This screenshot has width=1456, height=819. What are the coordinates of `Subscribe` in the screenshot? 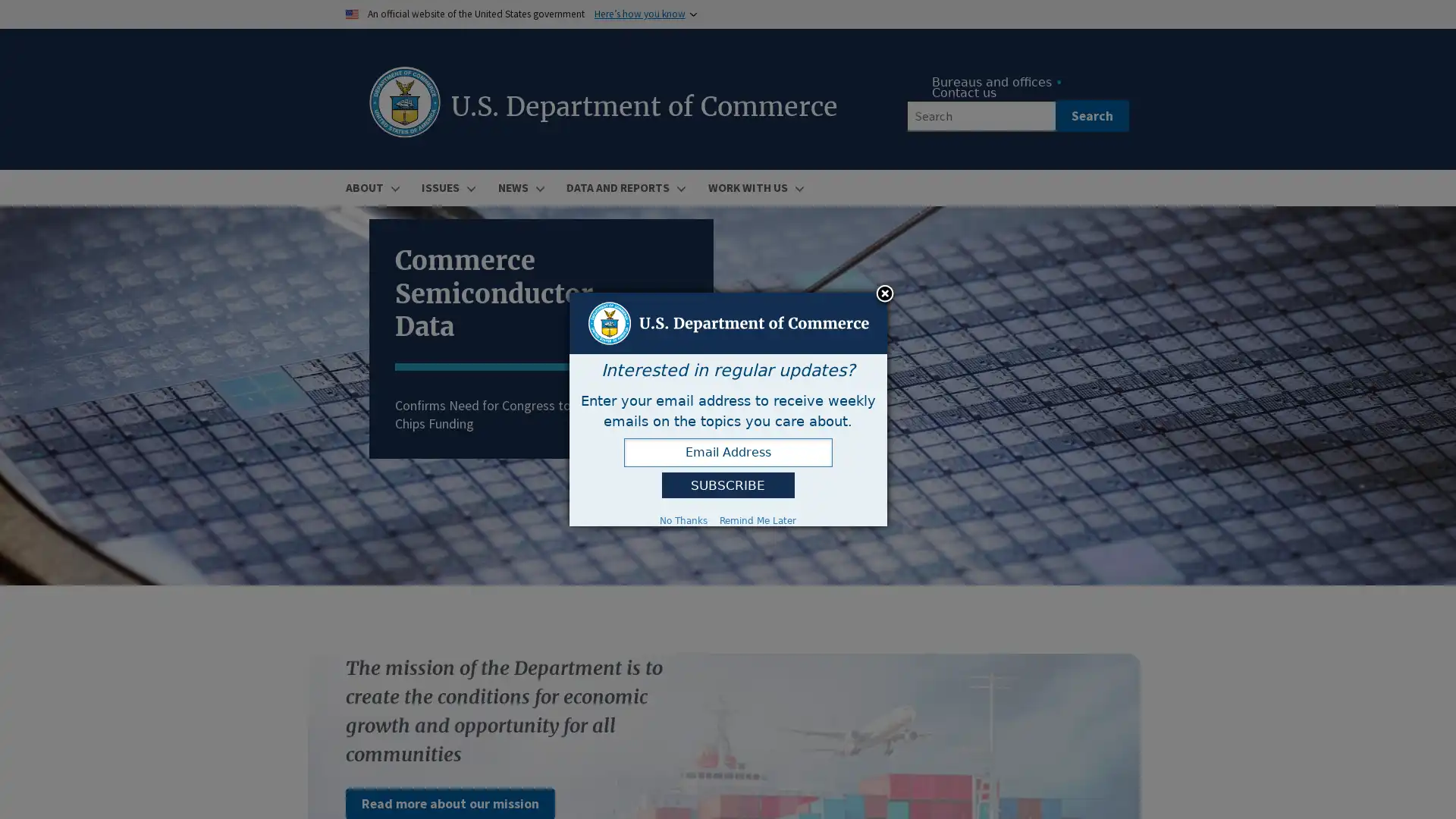 It's located at (726, 485).